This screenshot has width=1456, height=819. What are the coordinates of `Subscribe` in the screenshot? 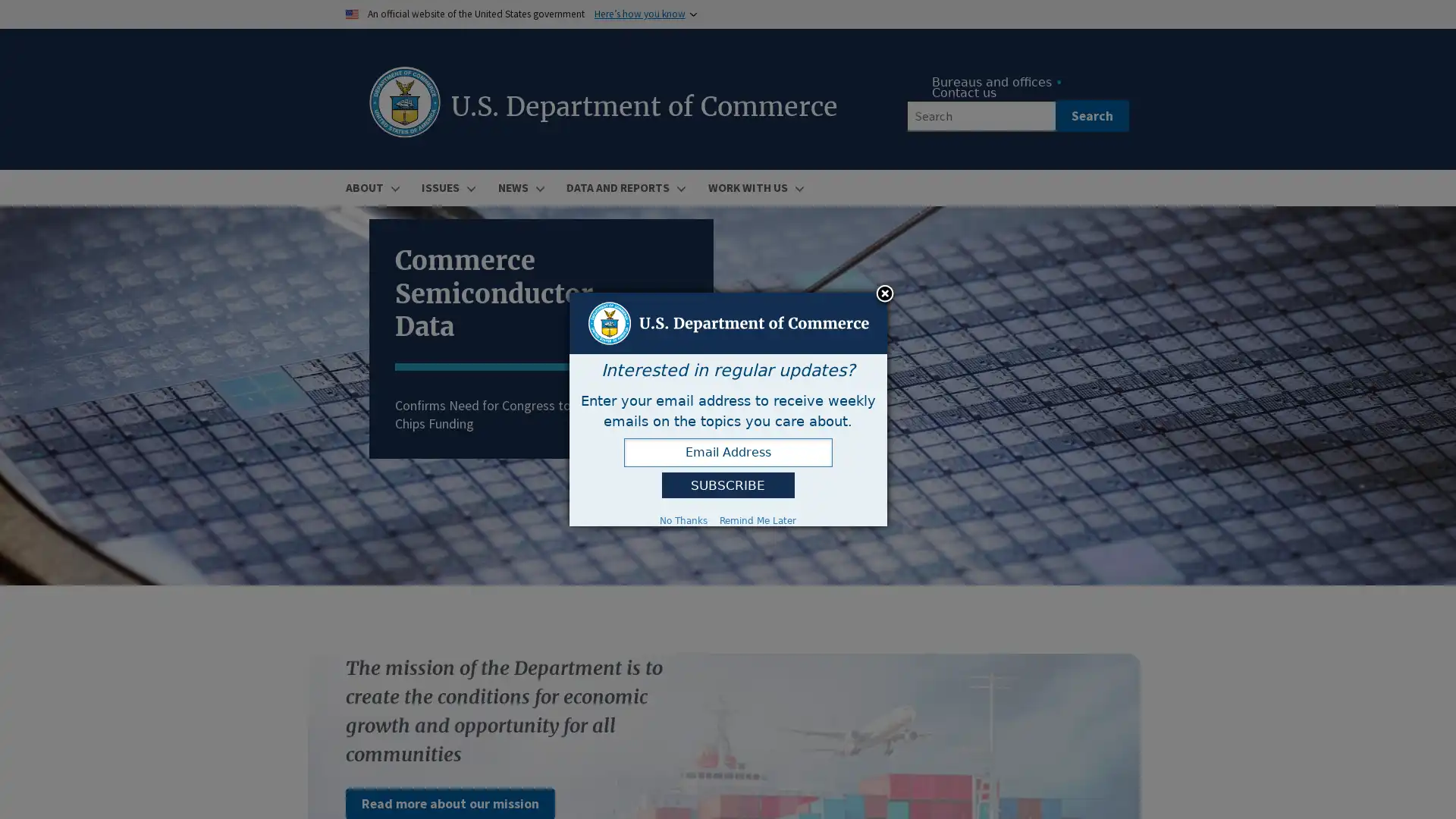 It's located at (726, 485).